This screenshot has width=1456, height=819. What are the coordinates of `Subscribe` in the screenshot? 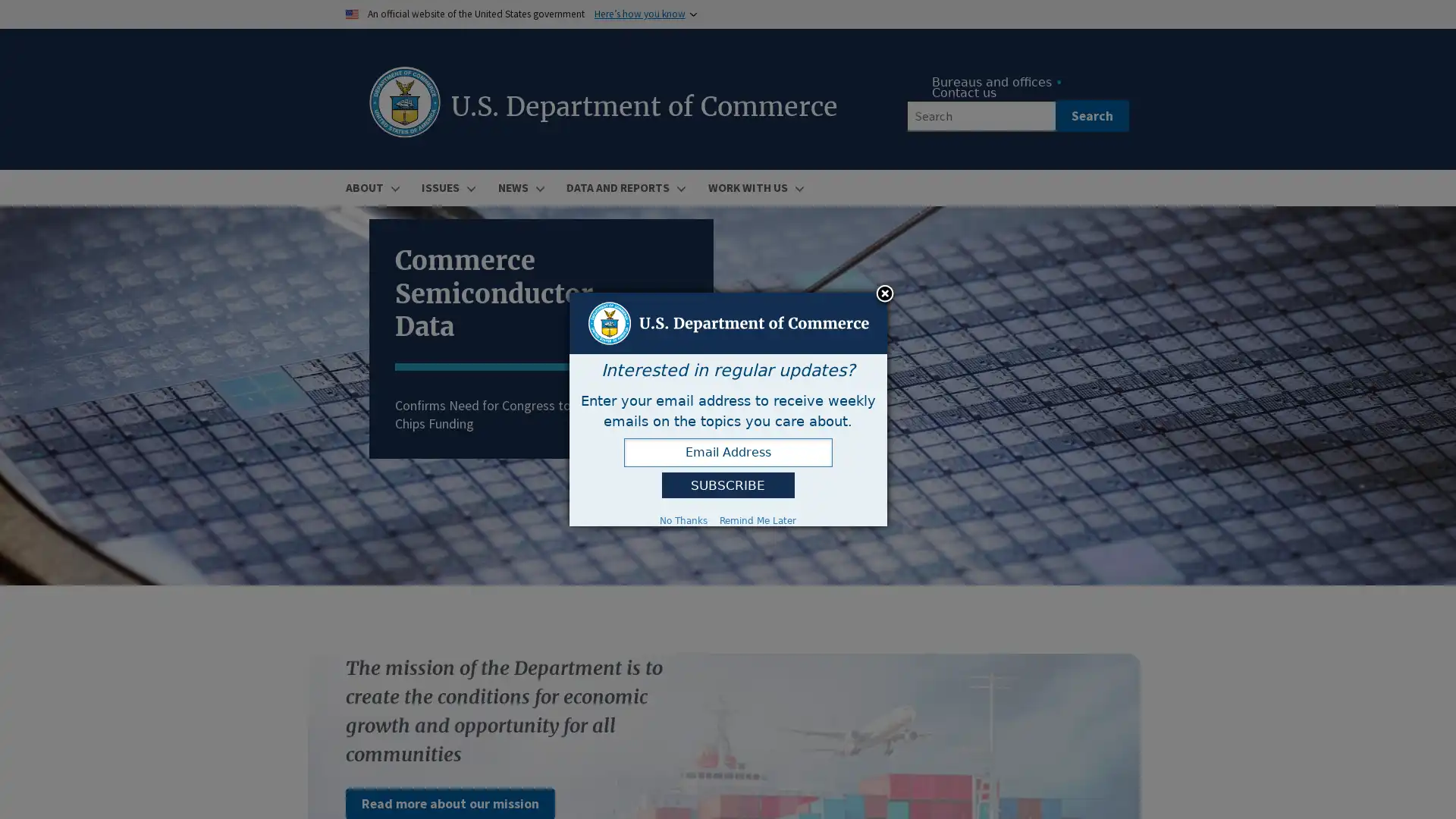 It's located at (726, 485).